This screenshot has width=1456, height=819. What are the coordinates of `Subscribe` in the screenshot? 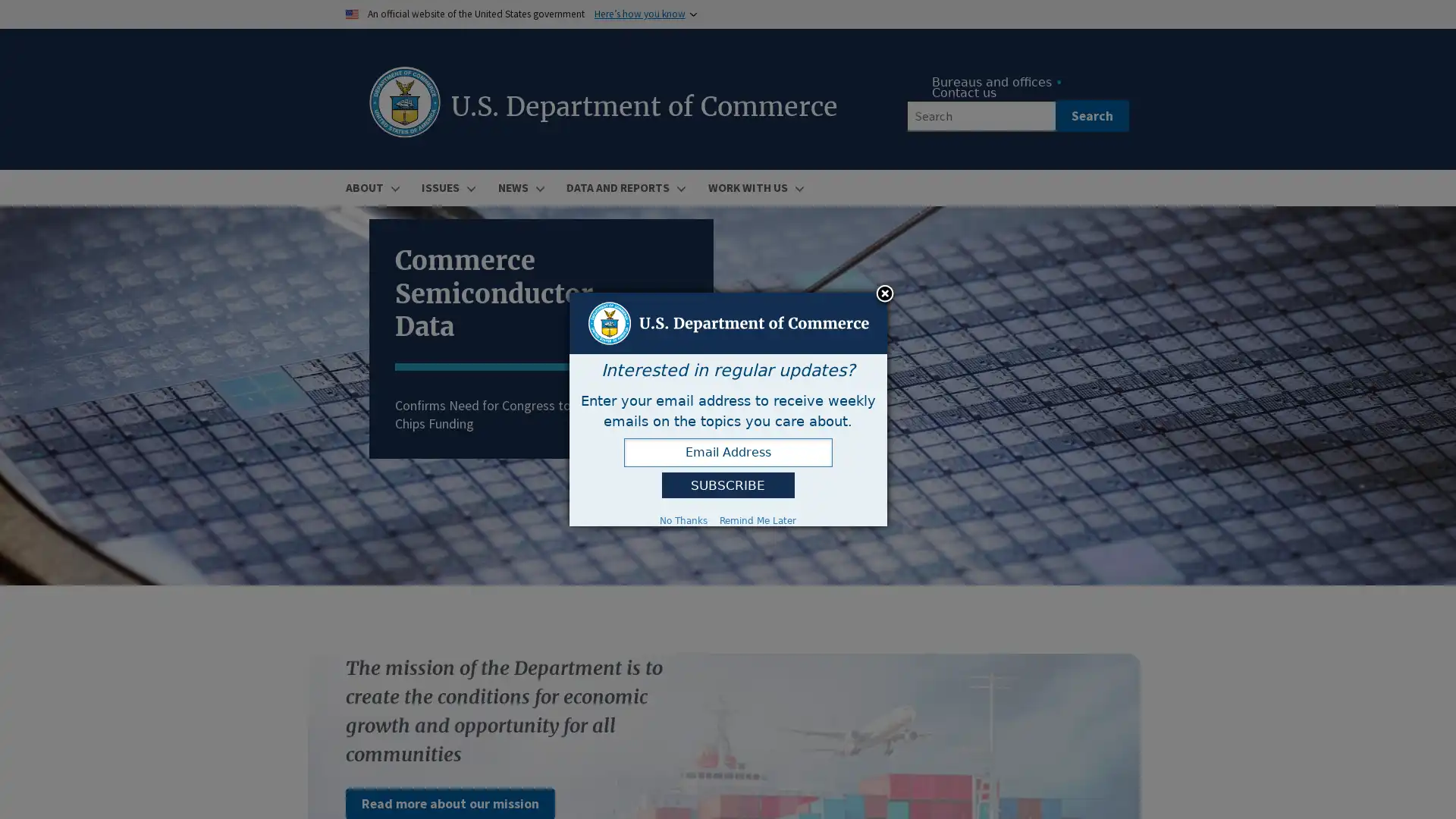 It's located at (726, 485).